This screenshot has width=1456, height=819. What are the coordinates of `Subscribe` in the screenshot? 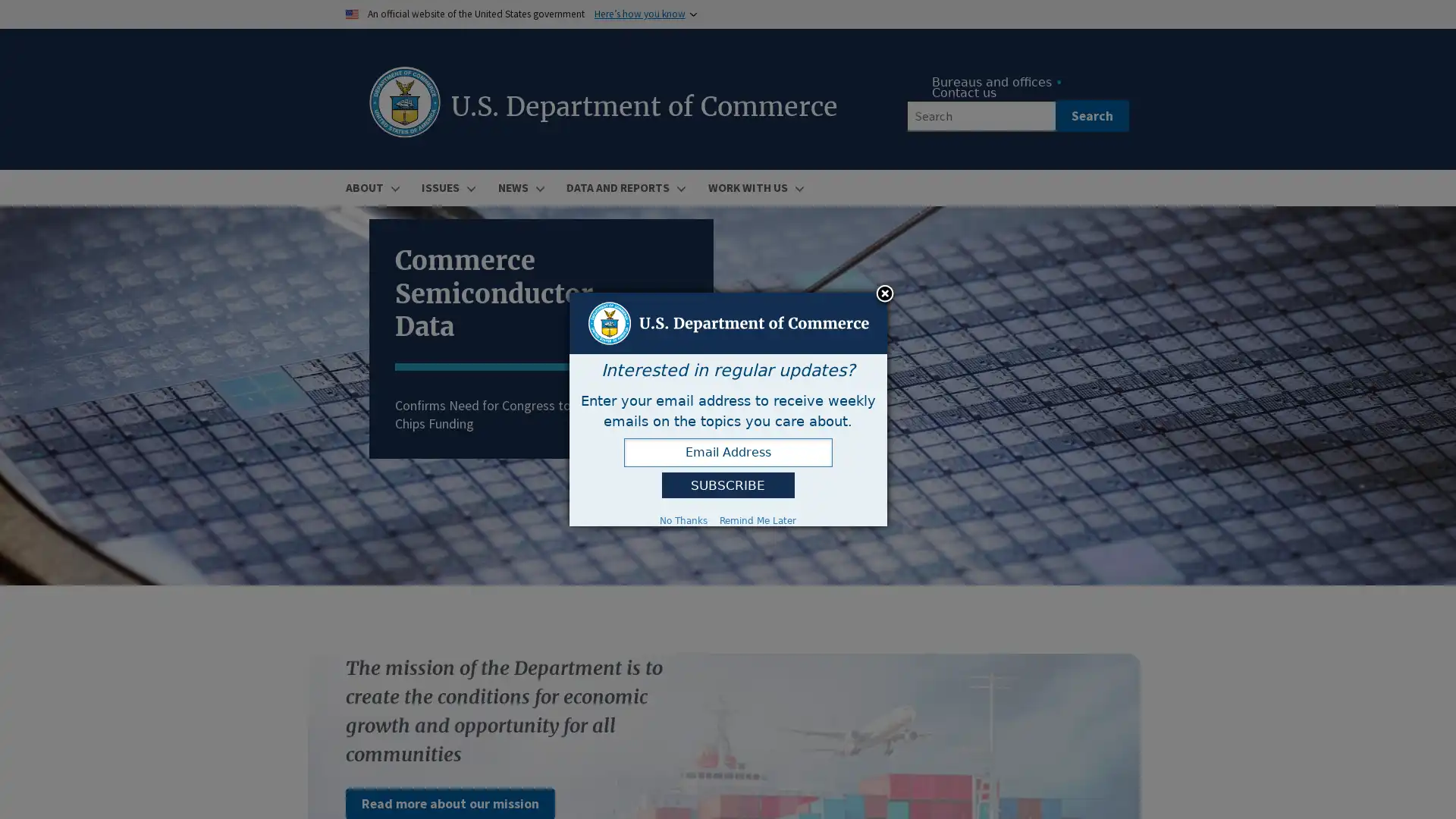 It's located at (726, 485).